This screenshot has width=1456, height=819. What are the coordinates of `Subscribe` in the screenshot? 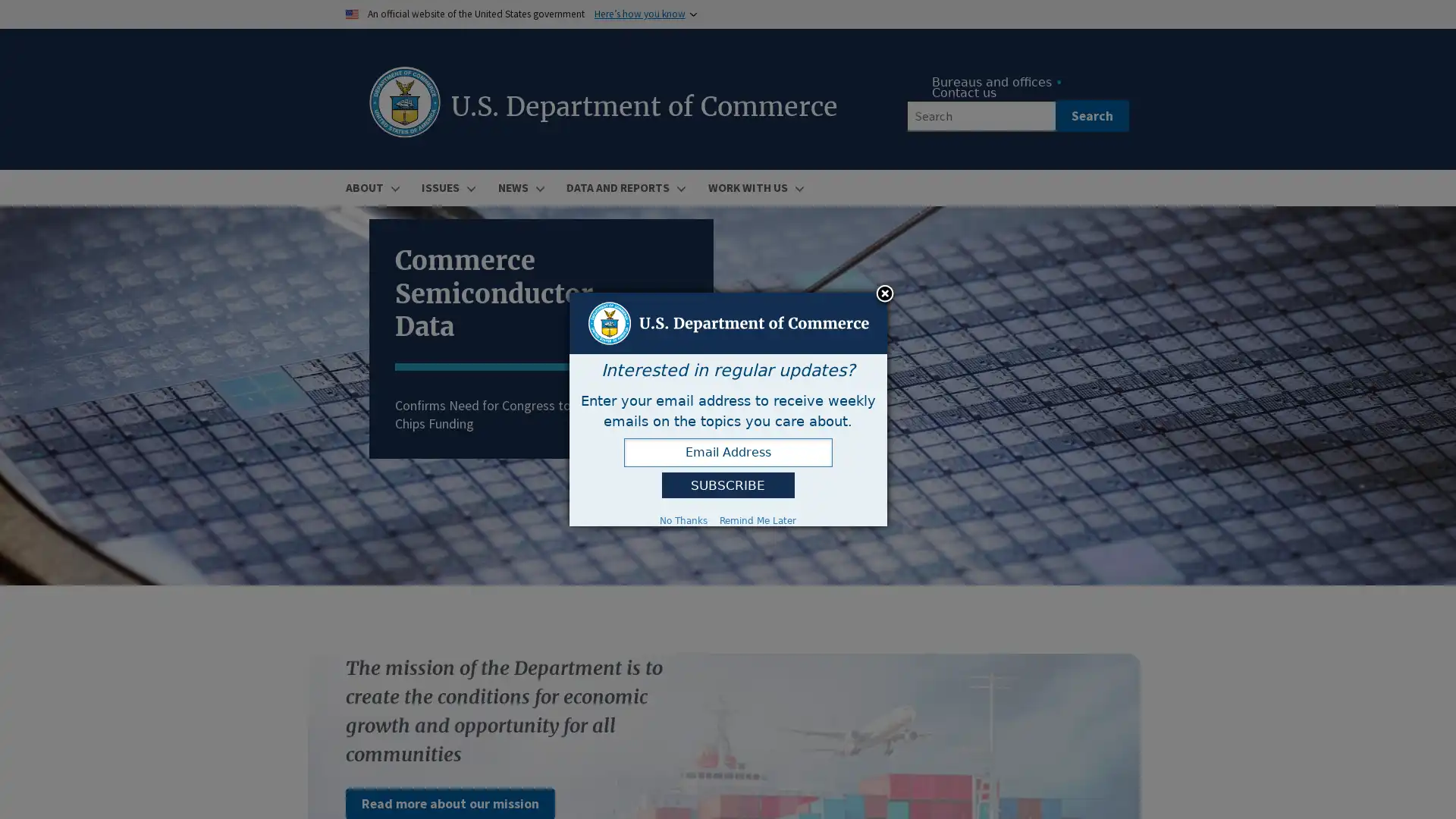 It's located at (726, 485).